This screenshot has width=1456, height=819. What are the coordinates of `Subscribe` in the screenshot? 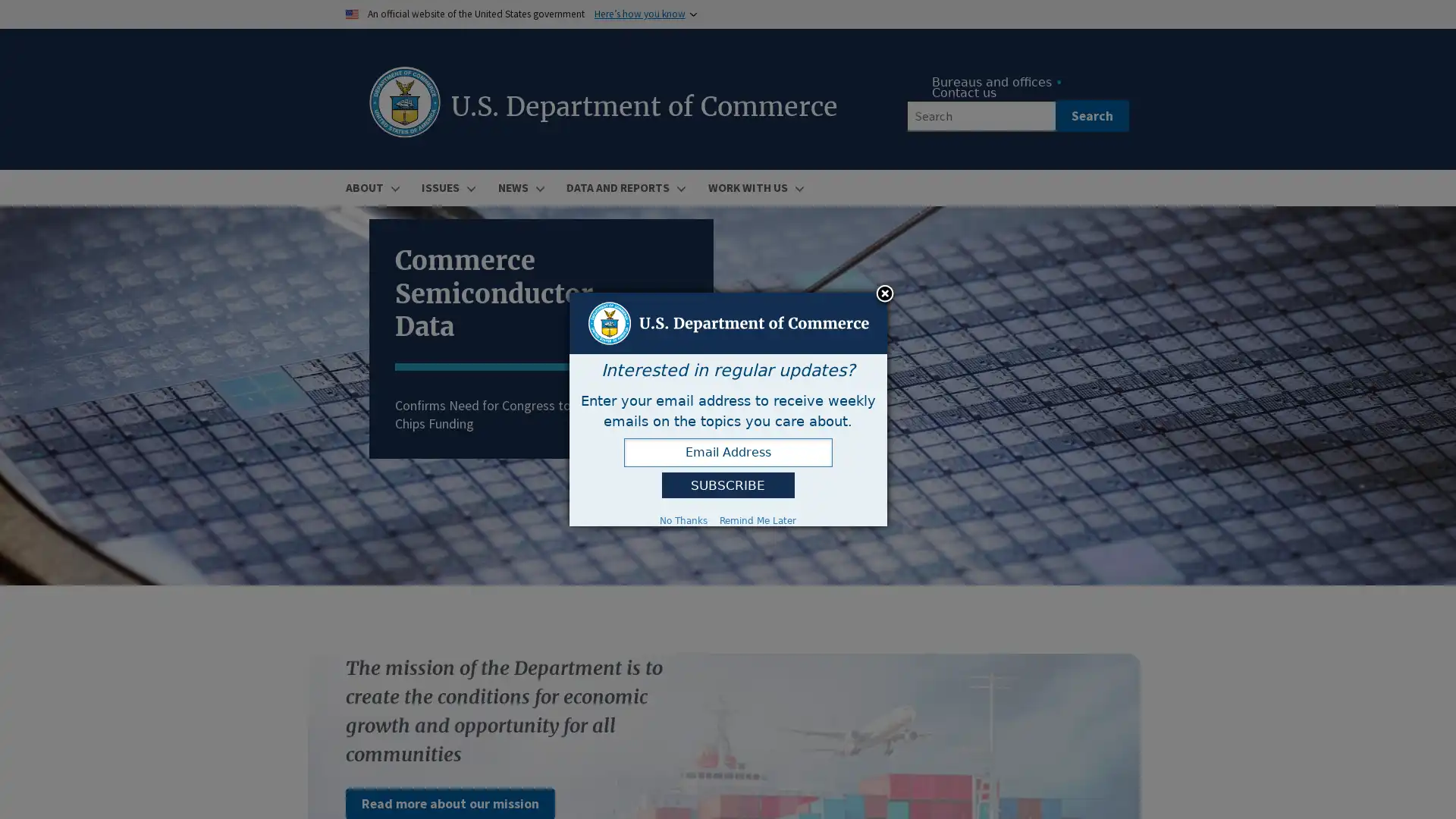 It's located at (726, 485).